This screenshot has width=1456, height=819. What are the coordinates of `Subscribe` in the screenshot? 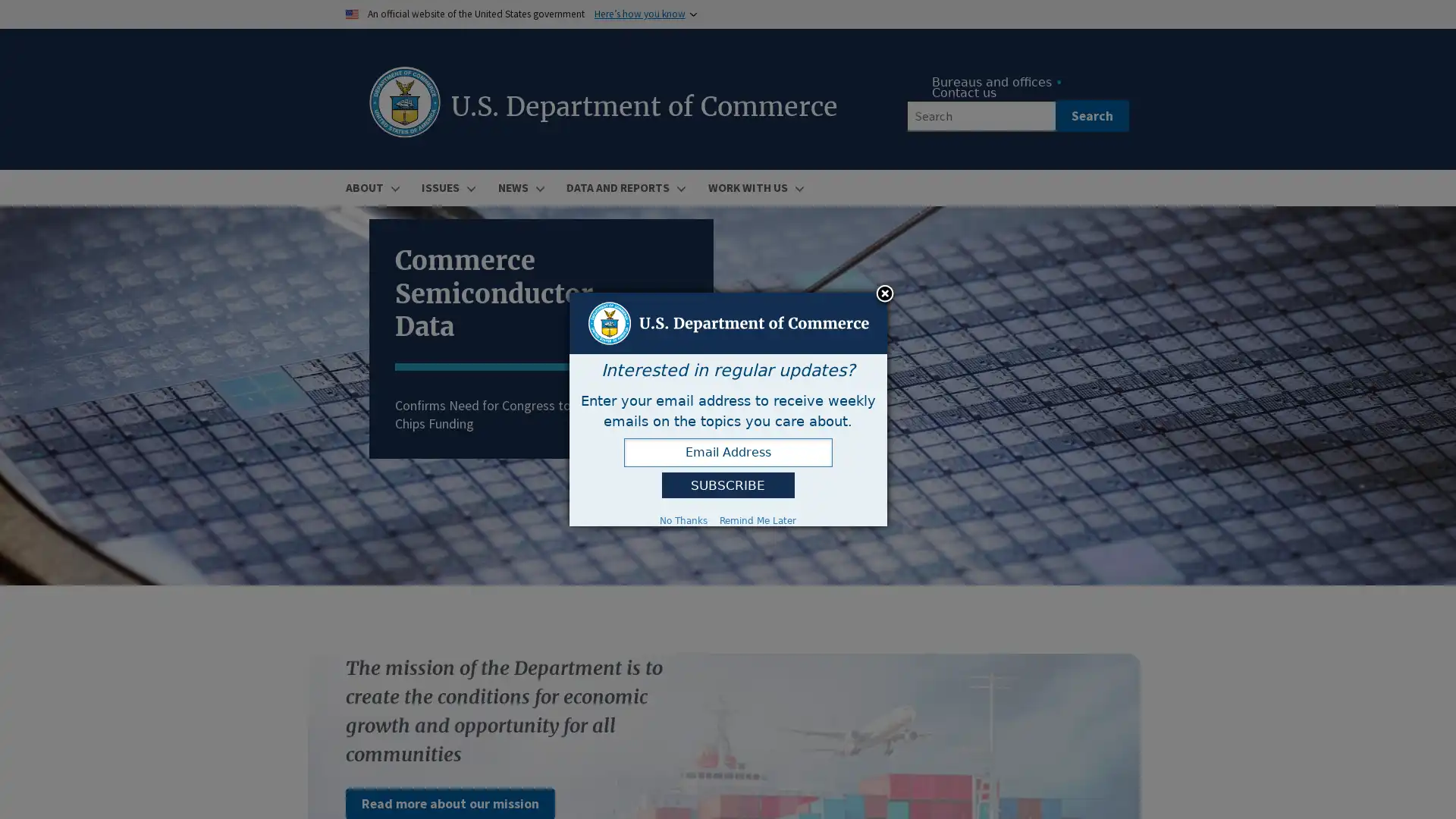 It's located at (726, 485).